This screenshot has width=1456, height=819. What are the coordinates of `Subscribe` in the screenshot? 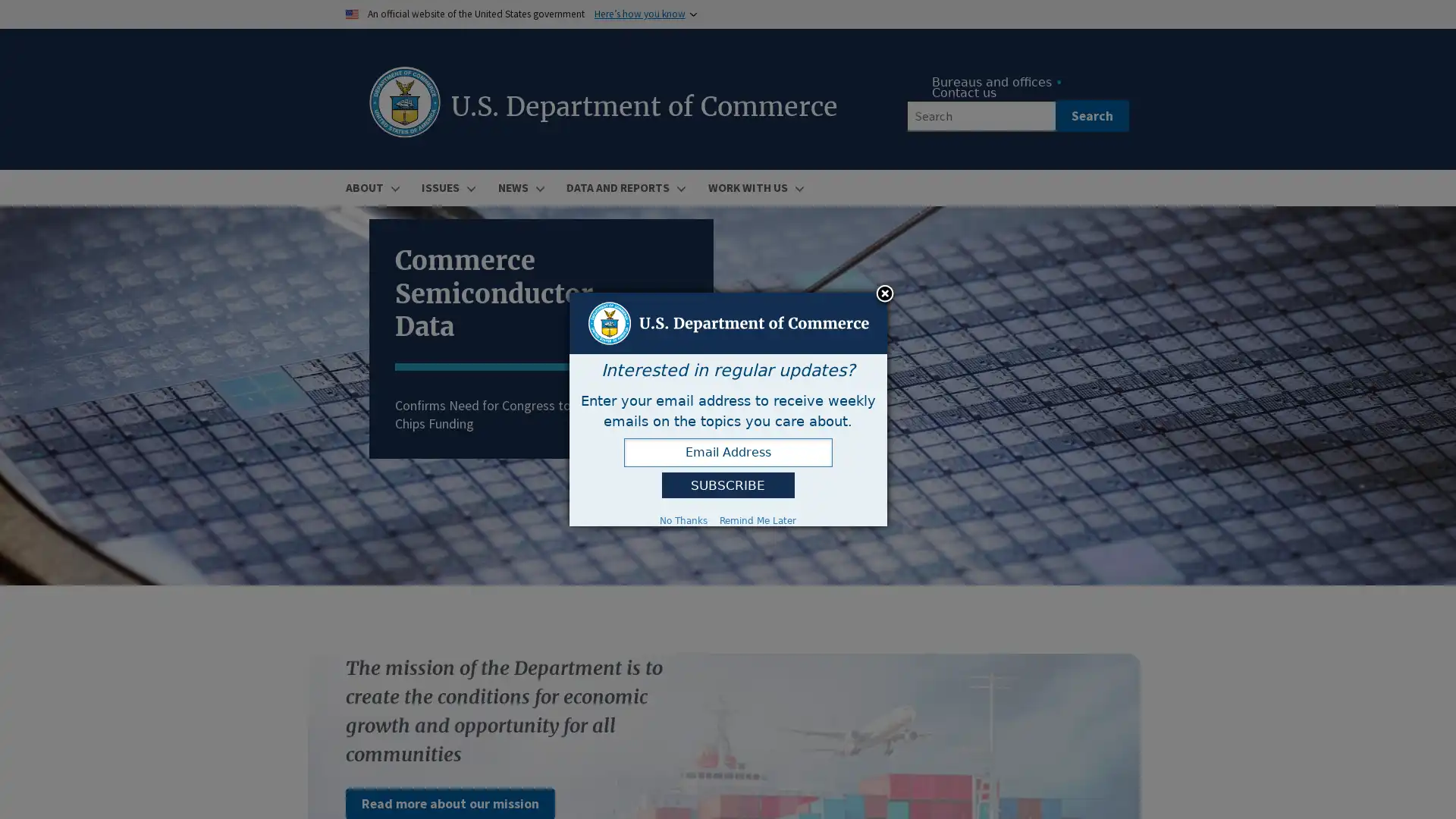 It's located at (726, 485).